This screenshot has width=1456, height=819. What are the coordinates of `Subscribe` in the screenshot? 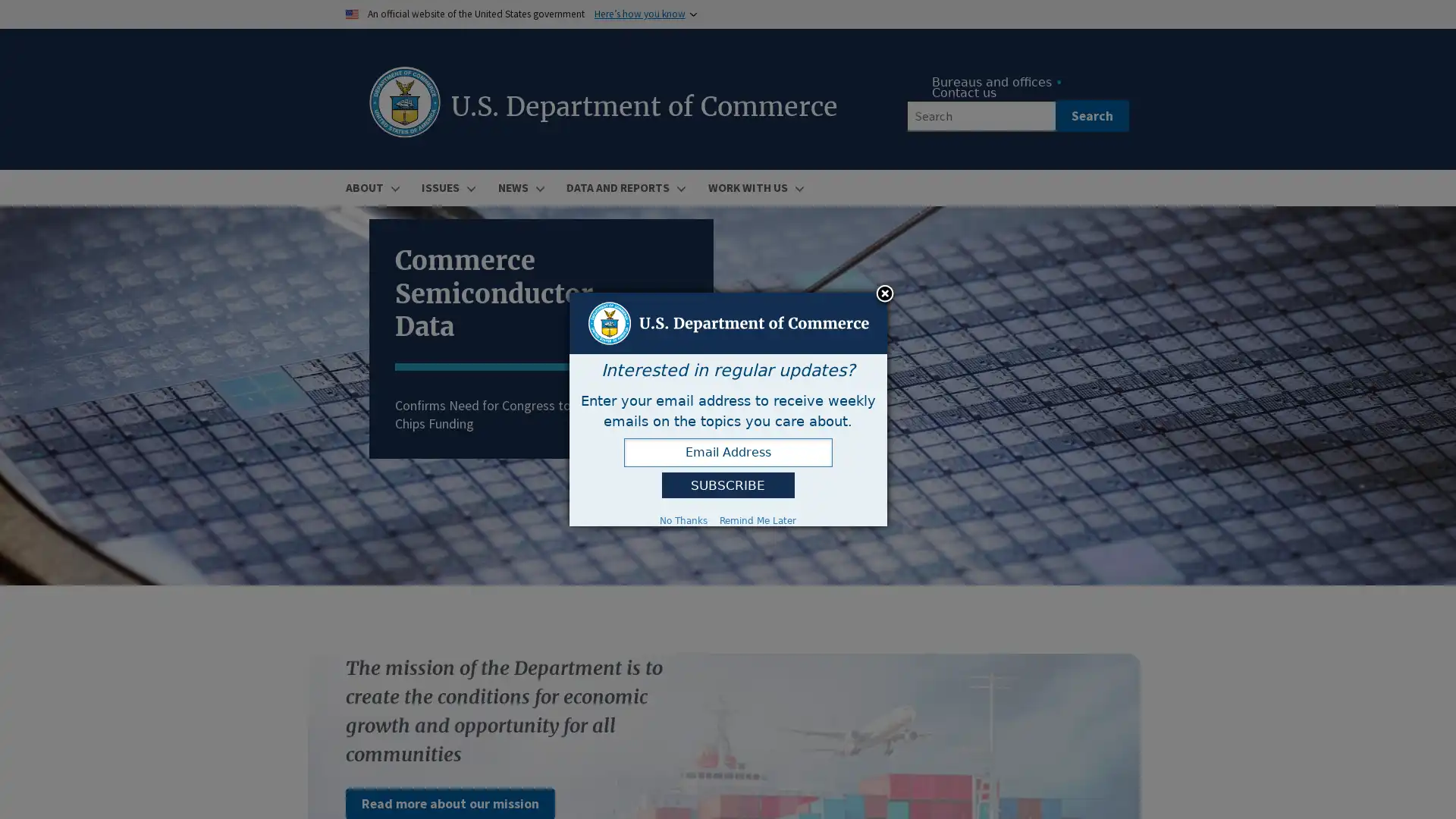 It's located at (726, 485).